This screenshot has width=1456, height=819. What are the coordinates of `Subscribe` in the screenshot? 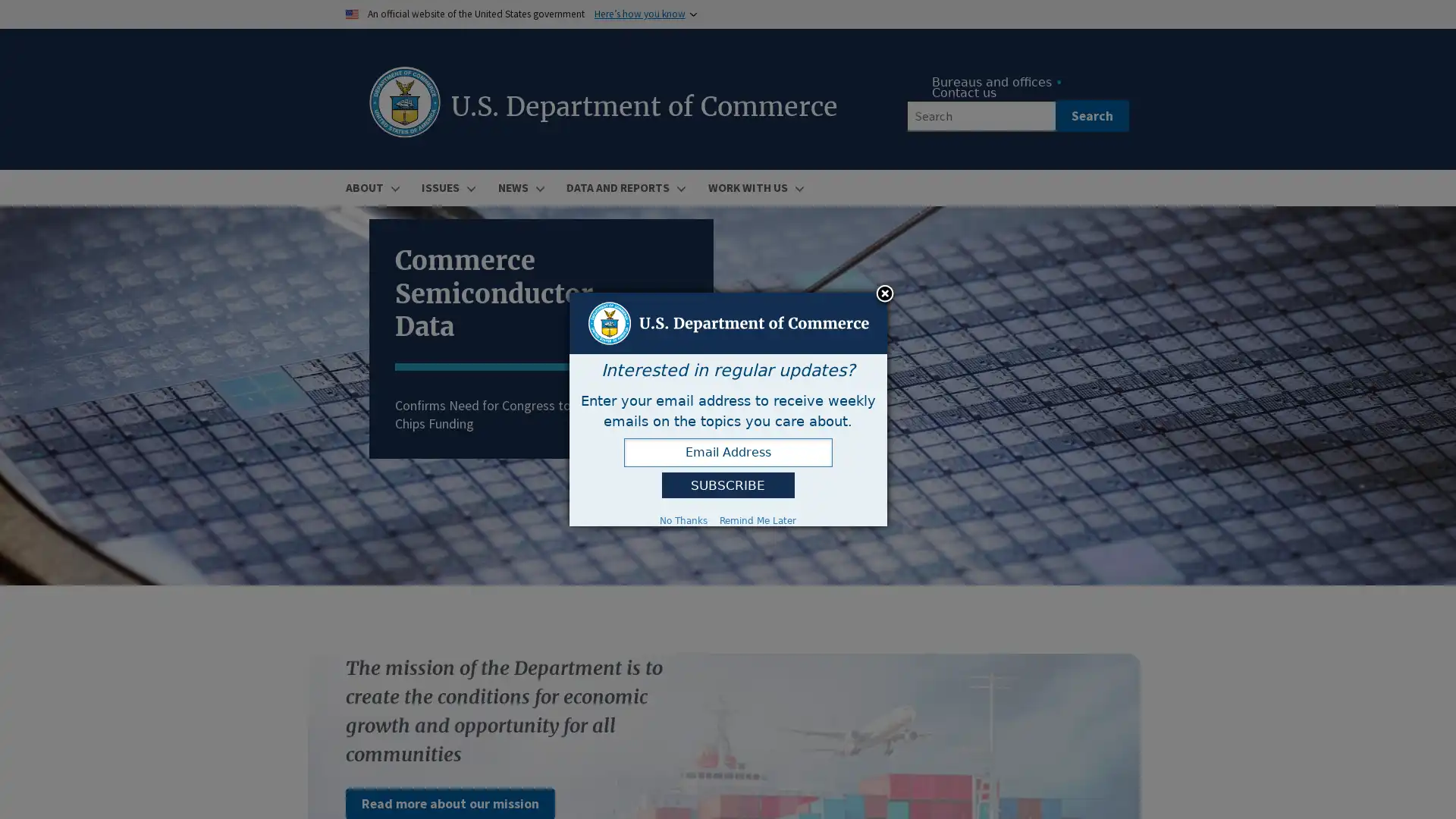 It's located at (726, 485).